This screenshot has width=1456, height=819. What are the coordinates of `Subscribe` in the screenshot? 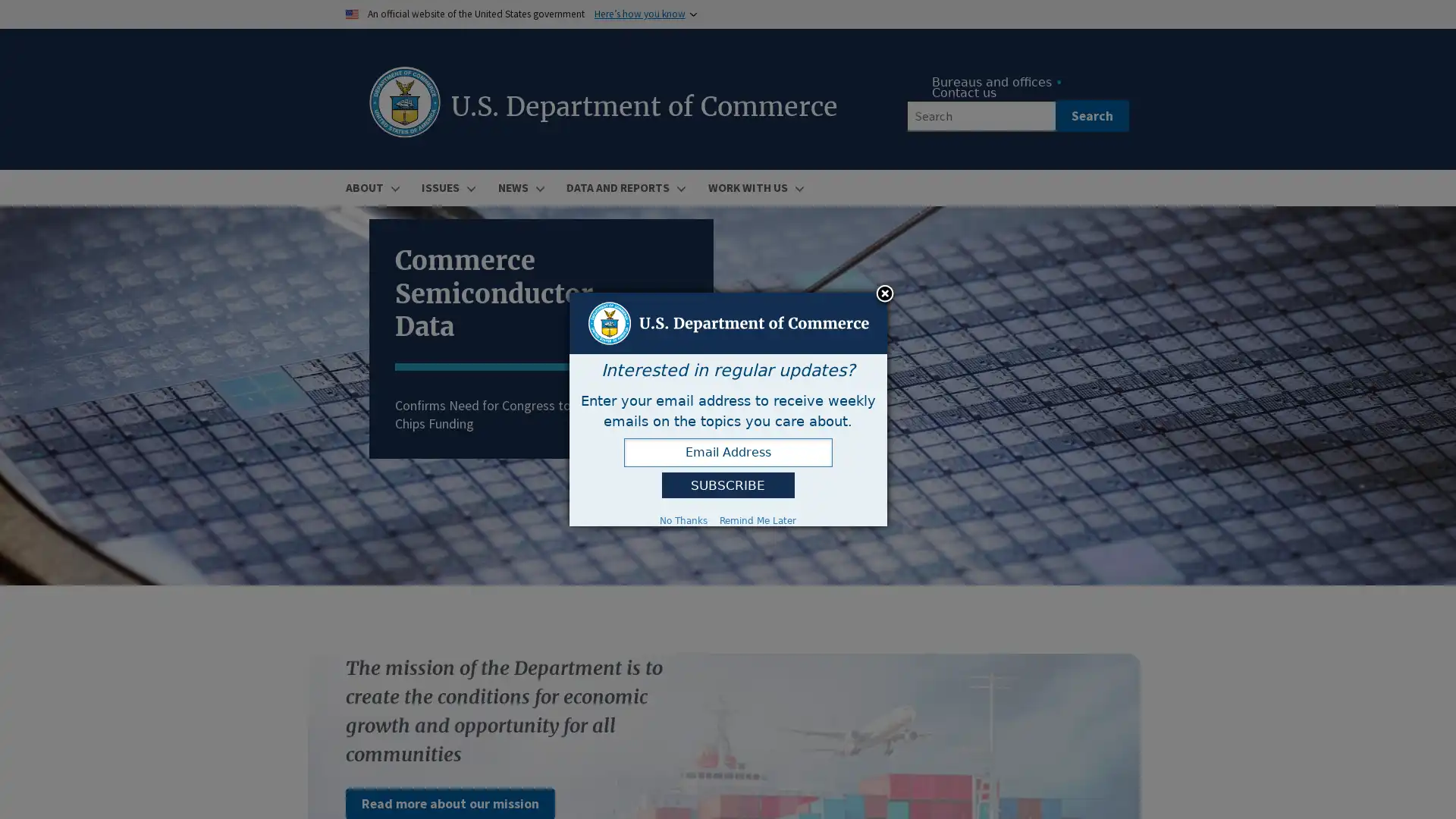 It's located at (726, 485).